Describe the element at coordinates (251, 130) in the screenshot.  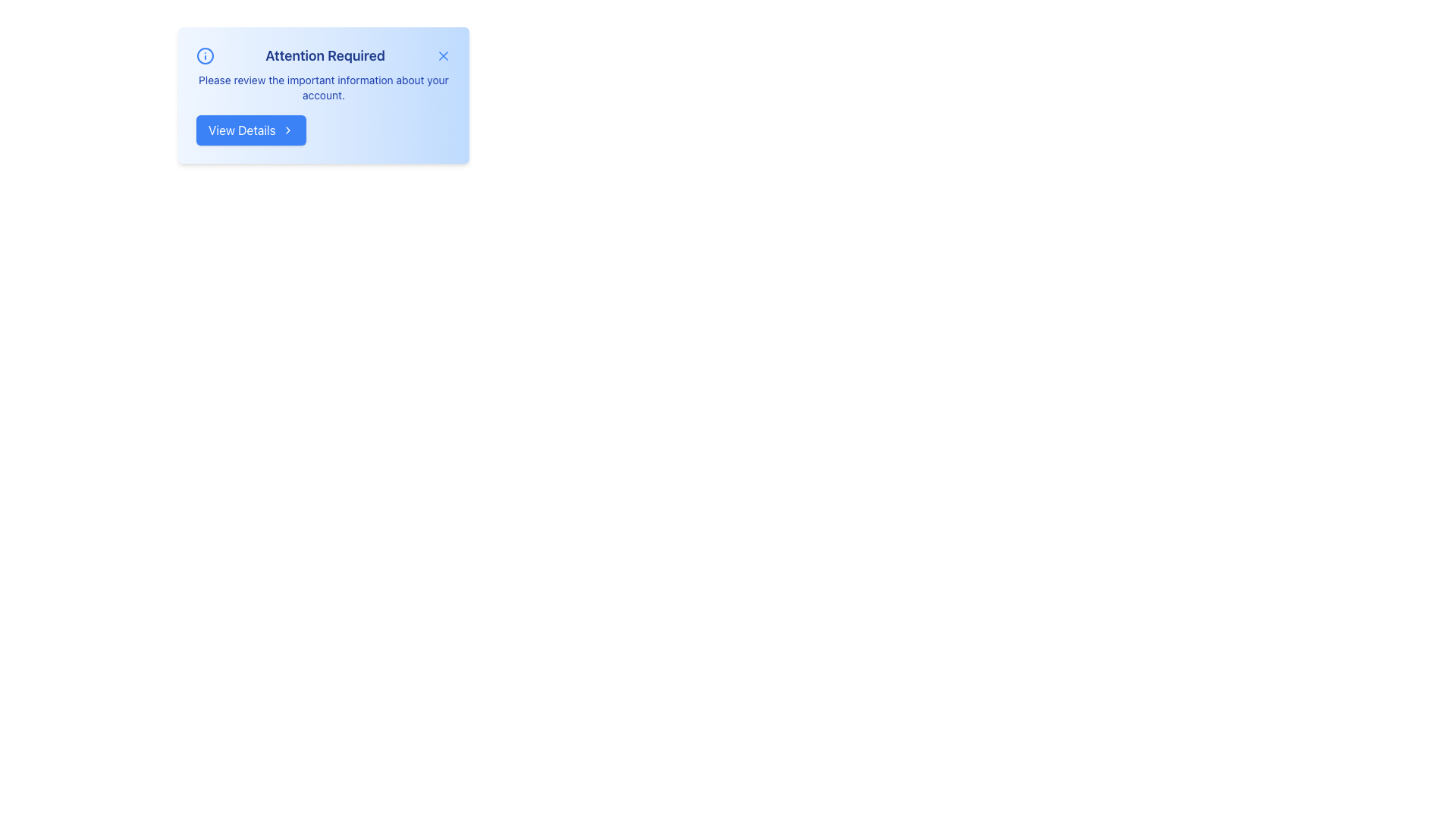
I see `the button located at the bottom of the notification box titled 'Attention Required'` at that location.